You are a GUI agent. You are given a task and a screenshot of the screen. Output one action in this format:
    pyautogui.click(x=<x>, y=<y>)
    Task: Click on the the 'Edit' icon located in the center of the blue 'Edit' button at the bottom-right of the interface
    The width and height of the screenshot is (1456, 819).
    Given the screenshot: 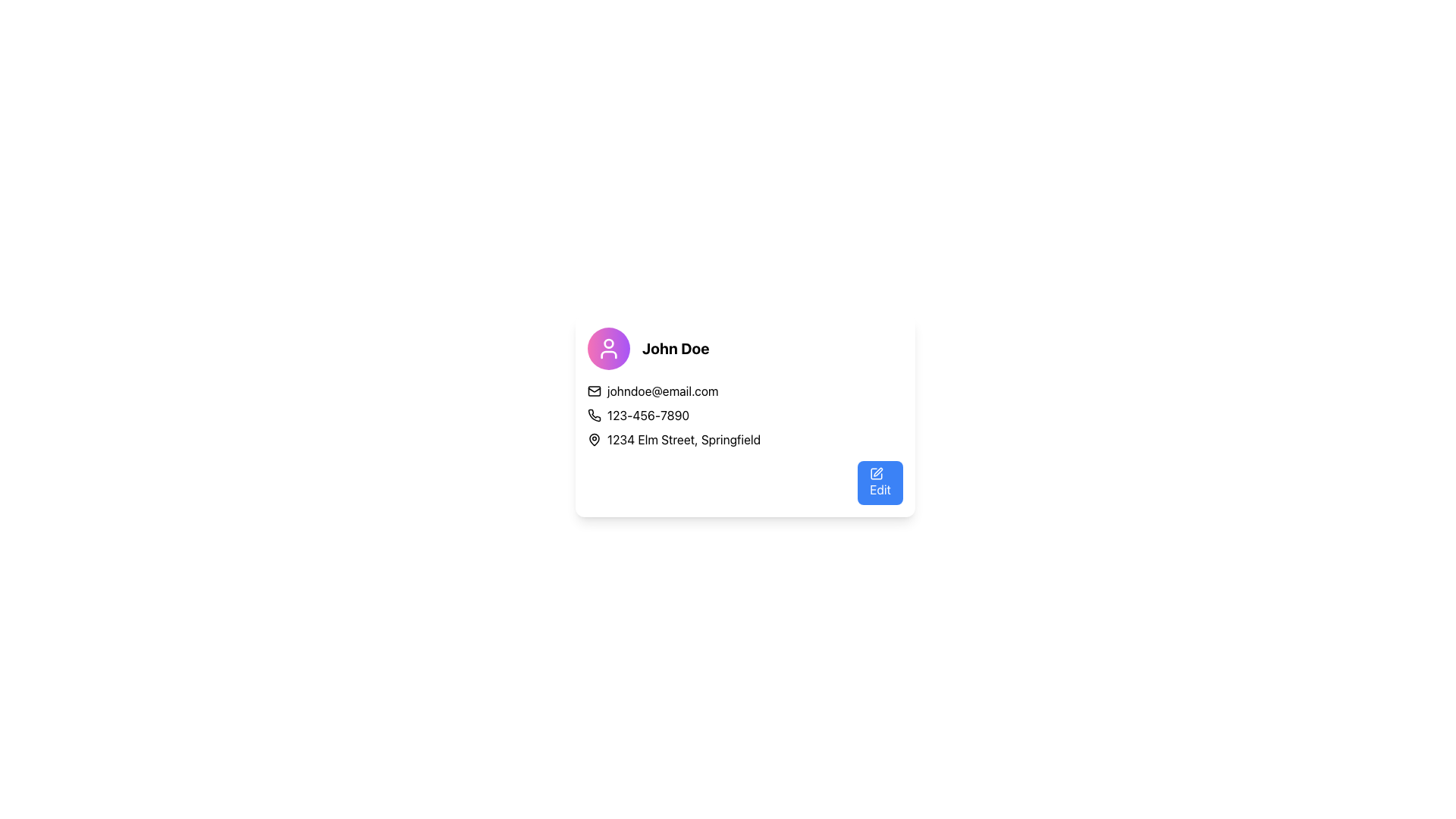 What is the action you would take?
    pyautogui.click(x=878, y=471)
    